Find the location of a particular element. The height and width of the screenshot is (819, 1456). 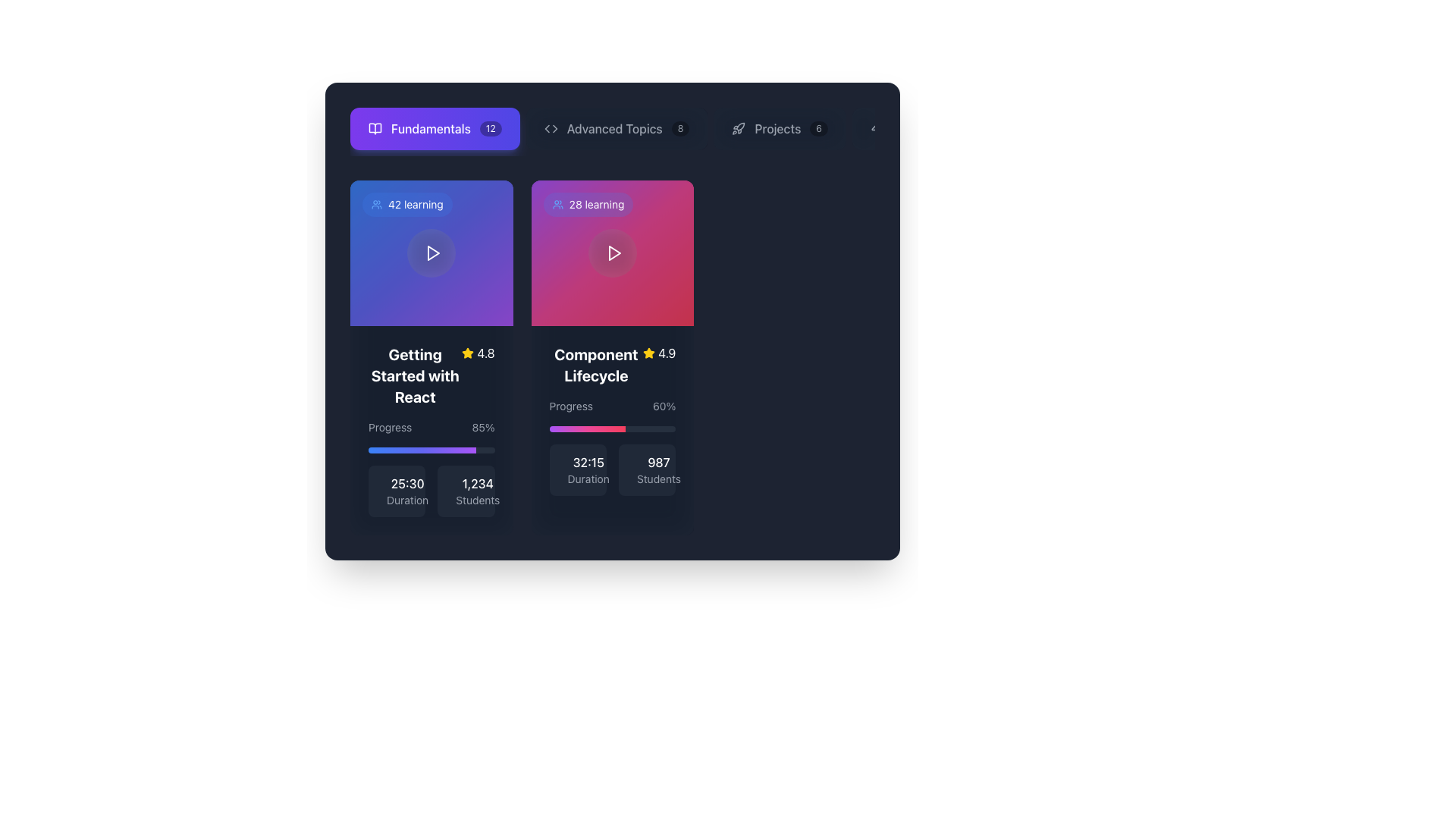

the 'Advanced Topics' segment of the horizontal navigation bar by tabbing to it is located at coordinates (612, 130).